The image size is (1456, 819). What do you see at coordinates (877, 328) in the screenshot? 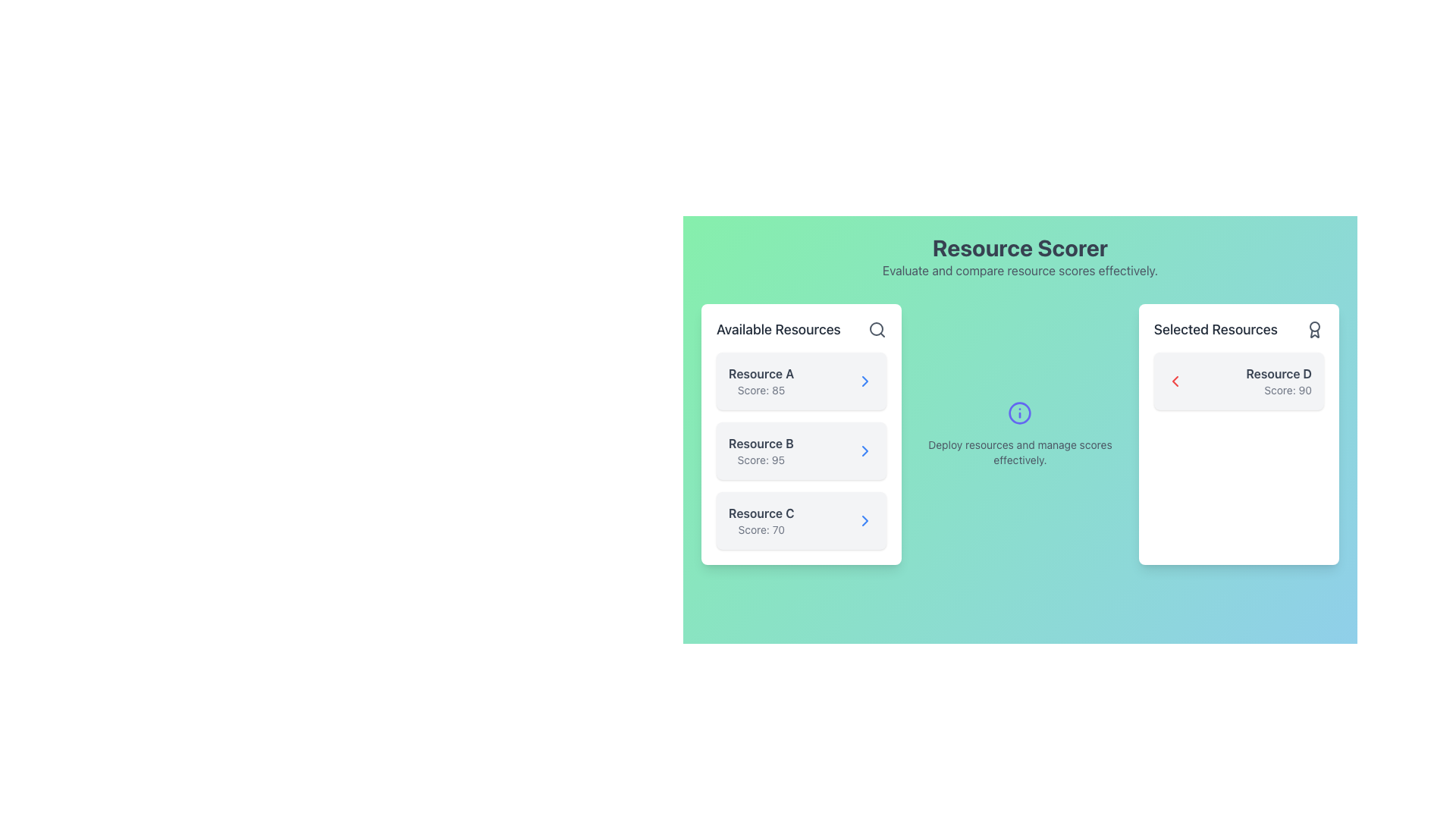
I see `the decorative SVG circle within the search icon located at the top-right corner of the 'Available Resources' section header, which is styled as an outlined circle` at bounding box center [877, 328].